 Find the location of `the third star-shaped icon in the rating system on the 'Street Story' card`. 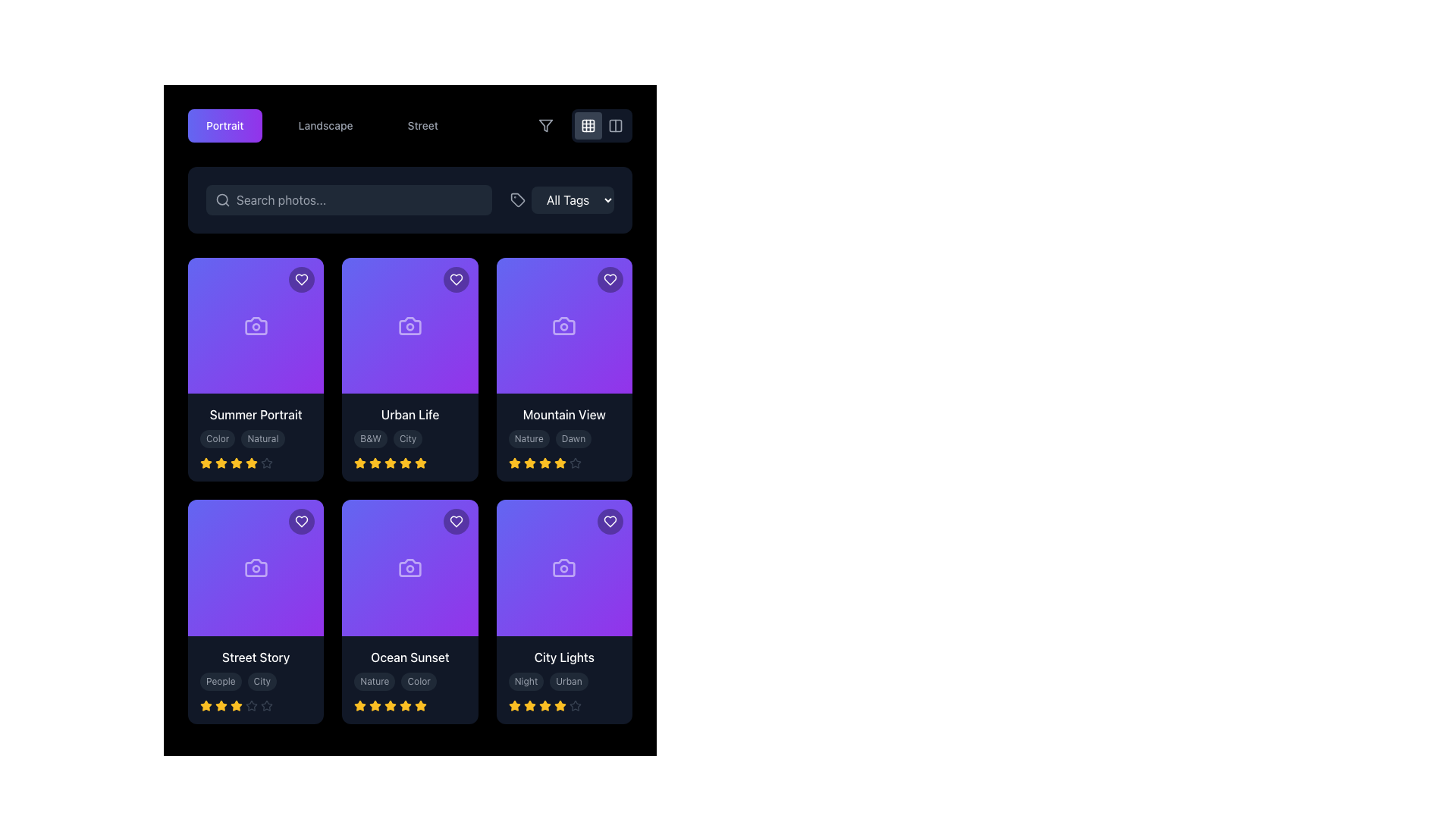

the third star-shaped icon in the rating system on the 'Street Story' card is located at coordinates (236, 705).